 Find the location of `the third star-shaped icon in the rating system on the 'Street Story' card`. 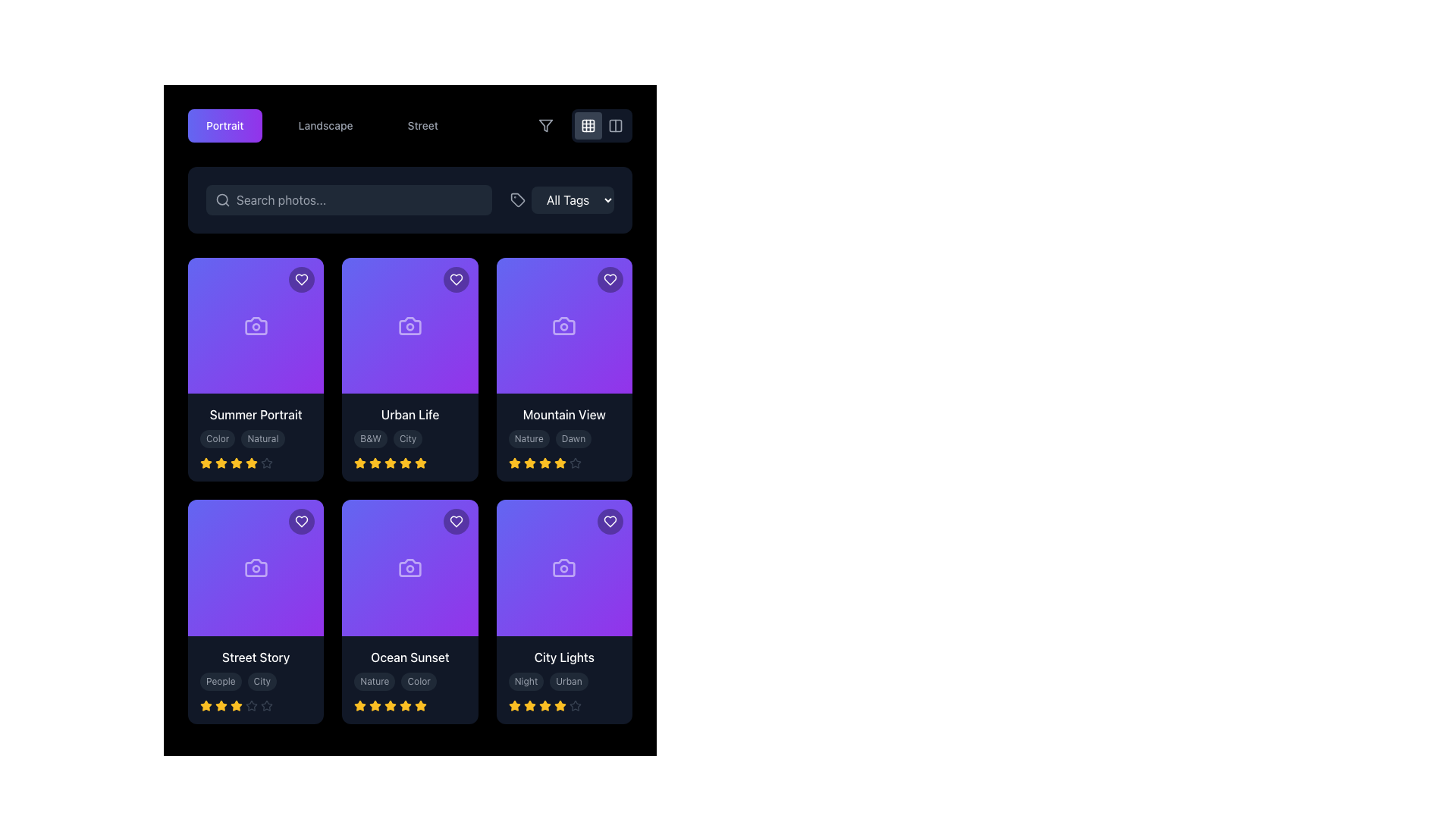

the third star-shaped icon in the rating system on the 'Street Story' card is located at coordinates (236, 705).